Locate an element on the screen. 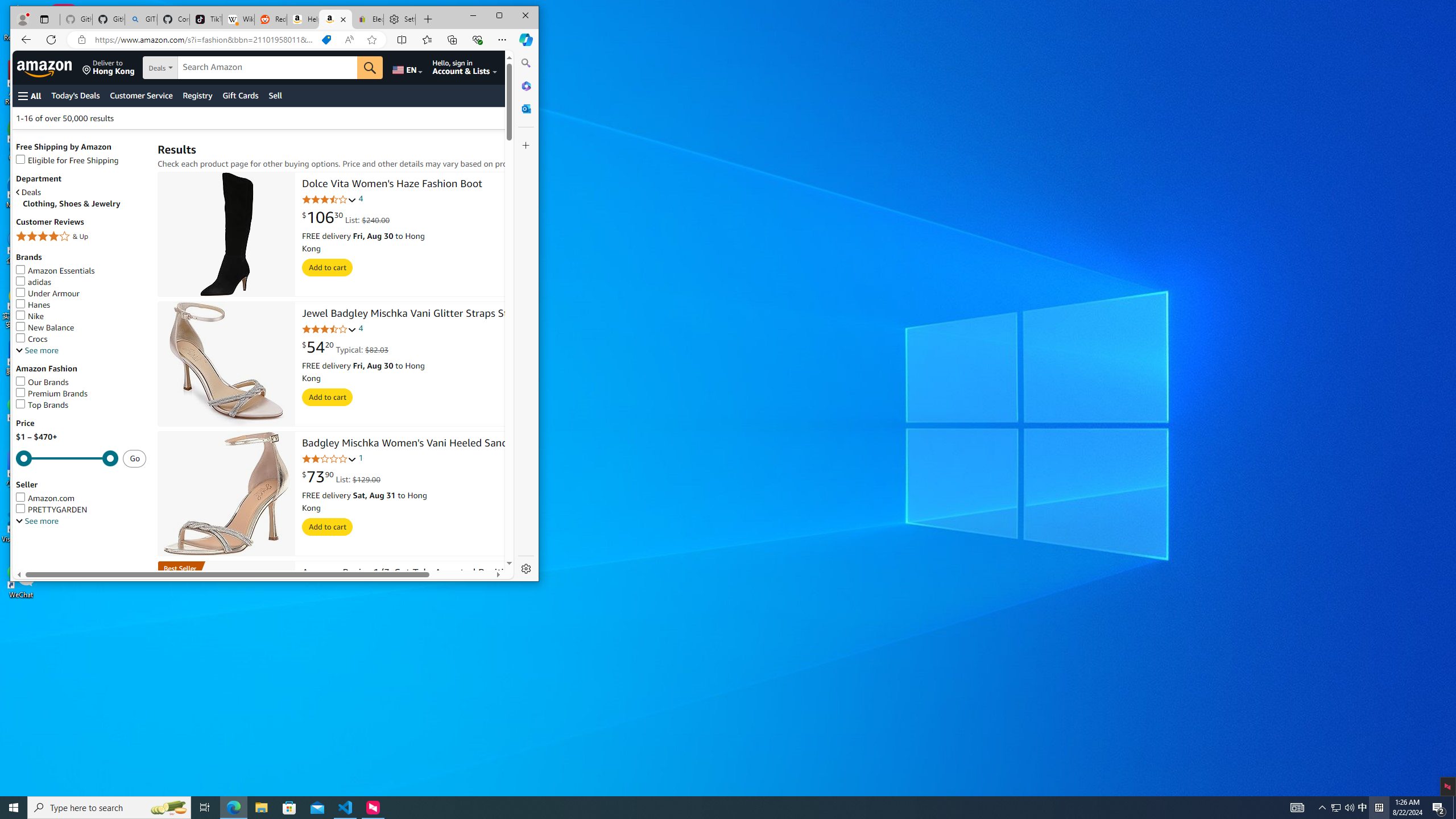 The image size is (1456, 819). 'Badgley Mischka Women' is located at coordinates (408, 444).